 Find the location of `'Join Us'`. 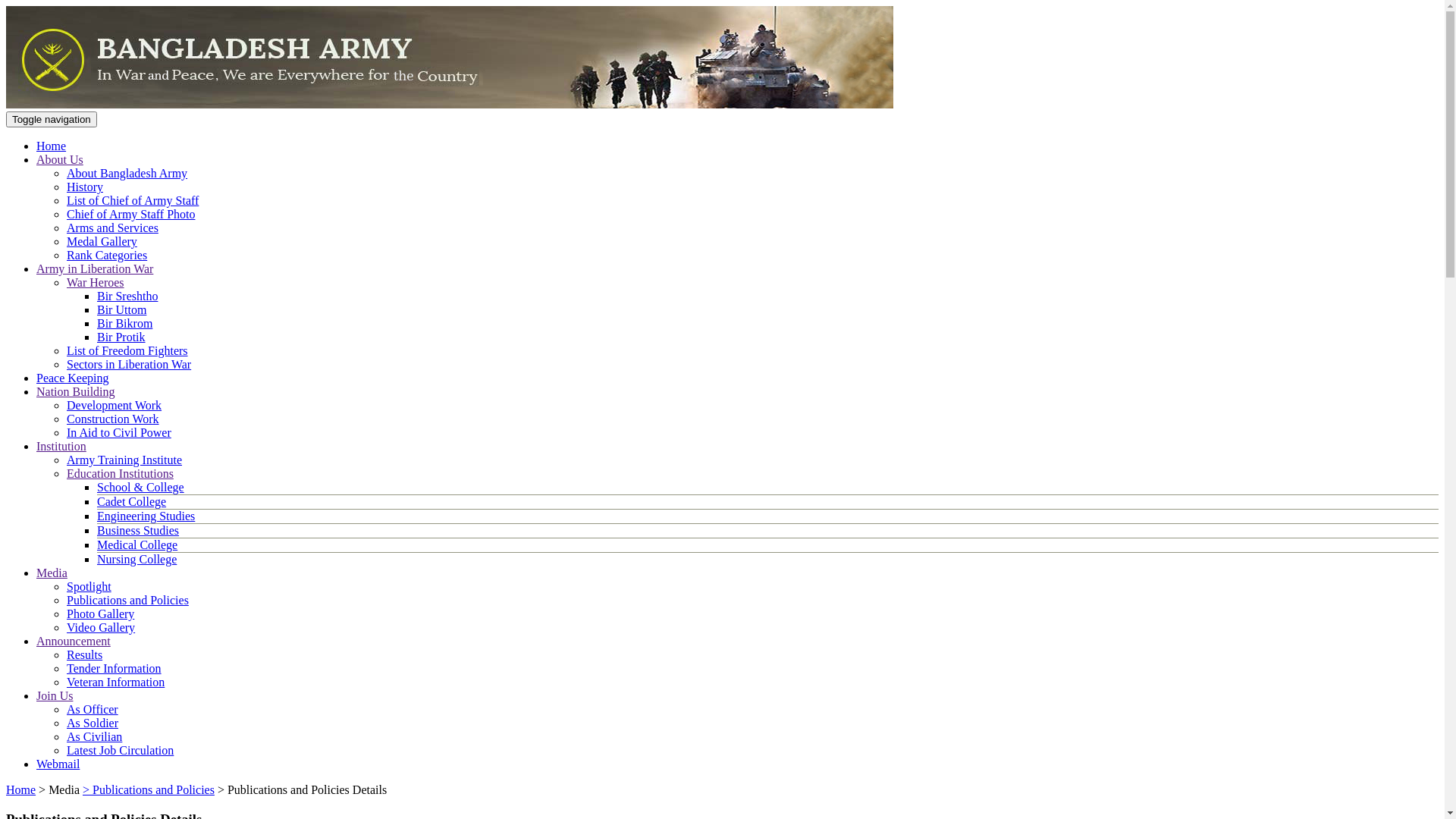

'Join Us' is located at coordinates (55, 695).